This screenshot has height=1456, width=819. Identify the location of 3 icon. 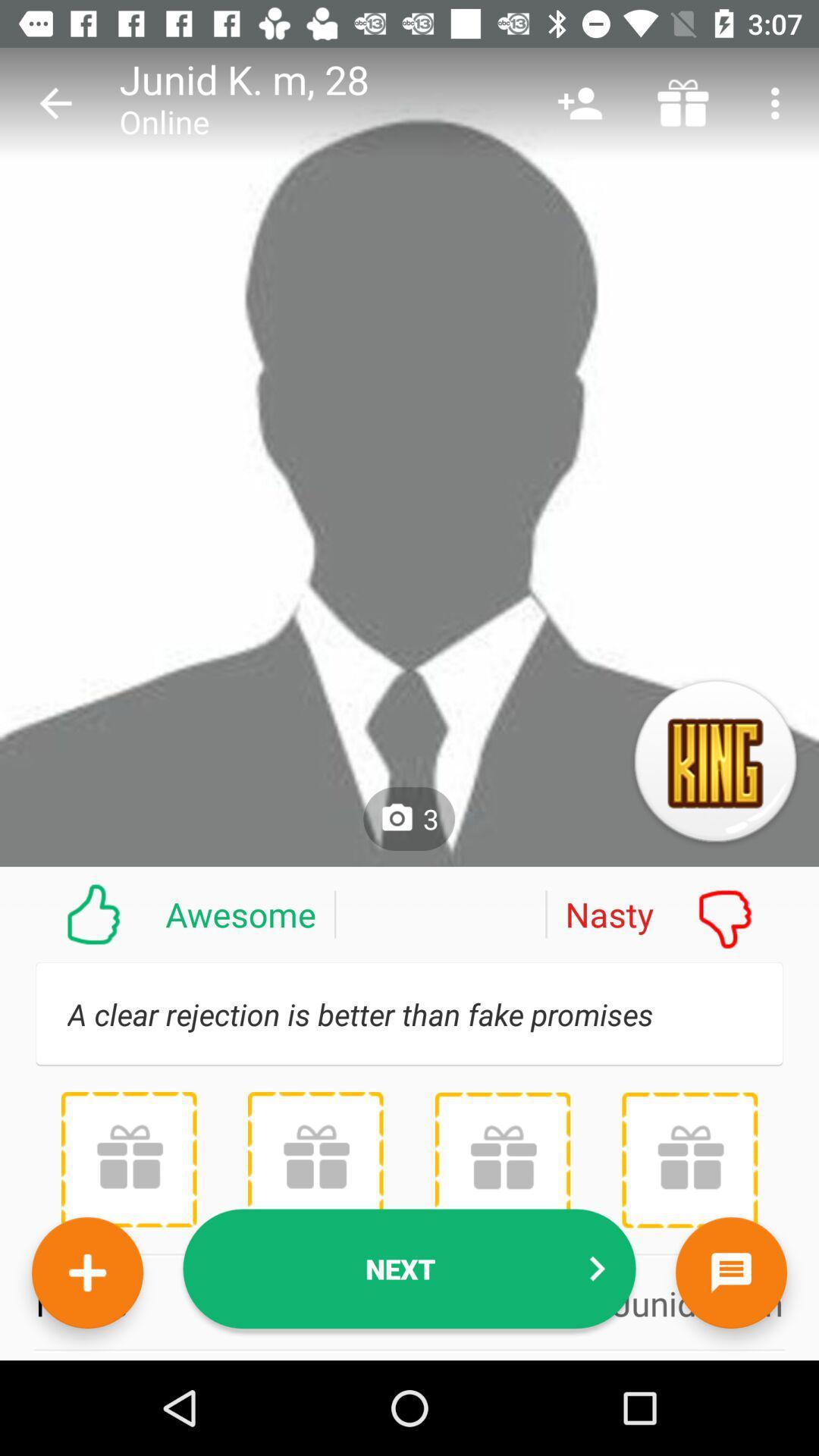
(408, 818).